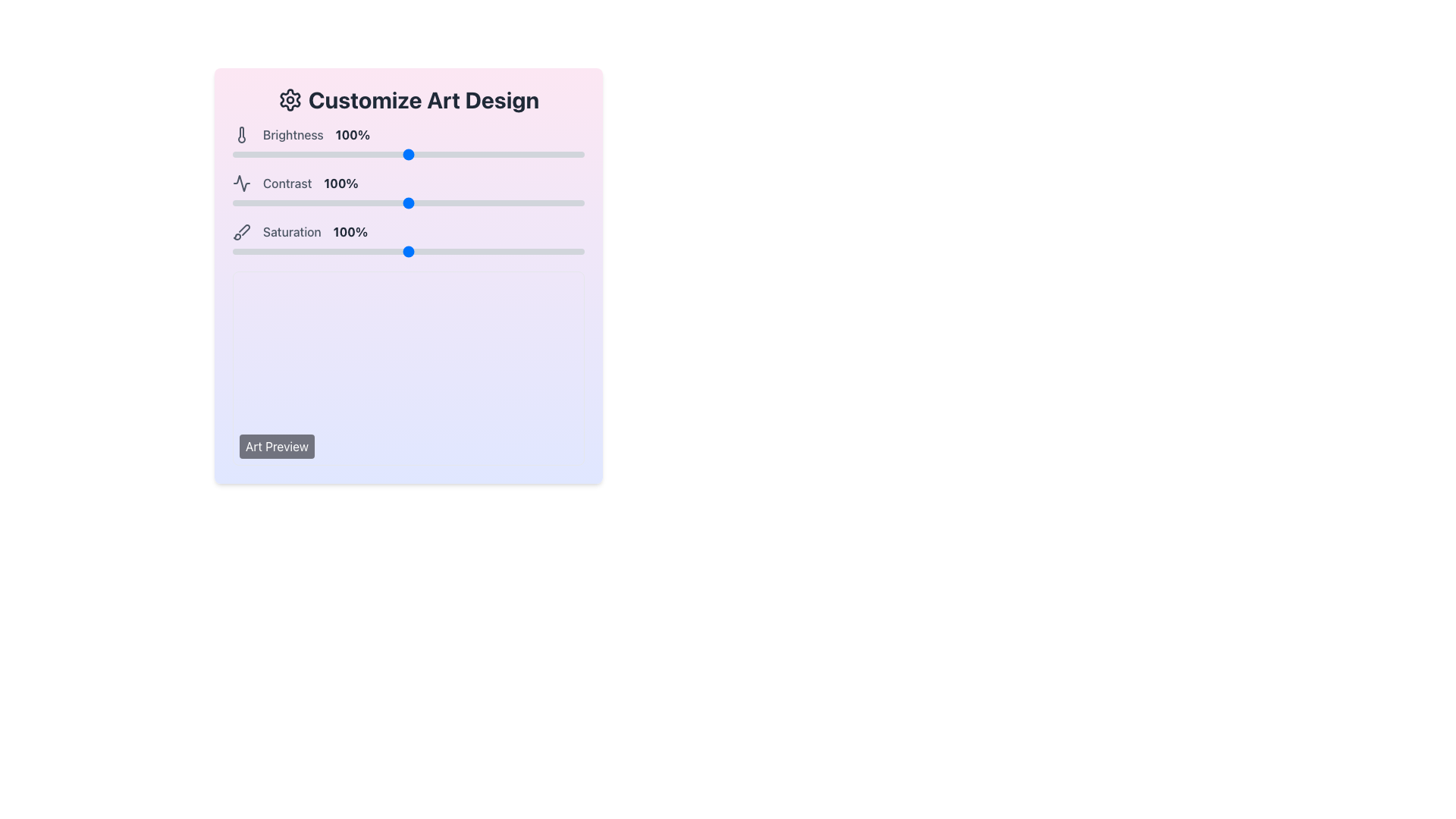 This screenshot has width=1456, height=819. What do you see at coordinates (352, 133) in the screenshot?
I see `the dynamic Text Display showing the current brightness percentage, which is positioned to the right of the 'Brightness' label` at bounding box center [352, 133].